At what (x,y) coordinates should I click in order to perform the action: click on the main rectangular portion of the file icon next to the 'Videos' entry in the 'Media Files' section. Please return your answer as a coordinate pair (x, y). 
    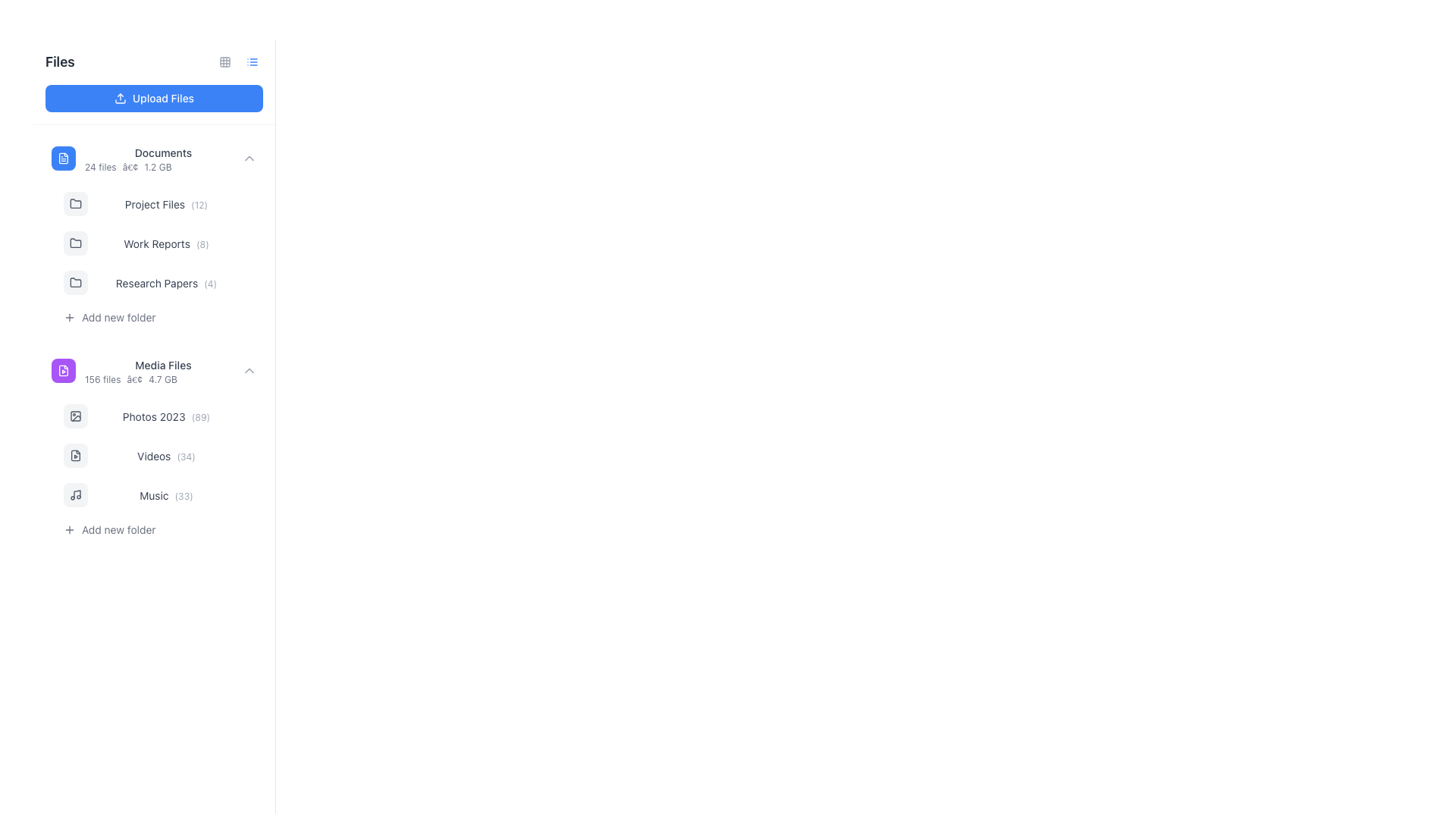
    Looking at the image, I should click on (75, 455).